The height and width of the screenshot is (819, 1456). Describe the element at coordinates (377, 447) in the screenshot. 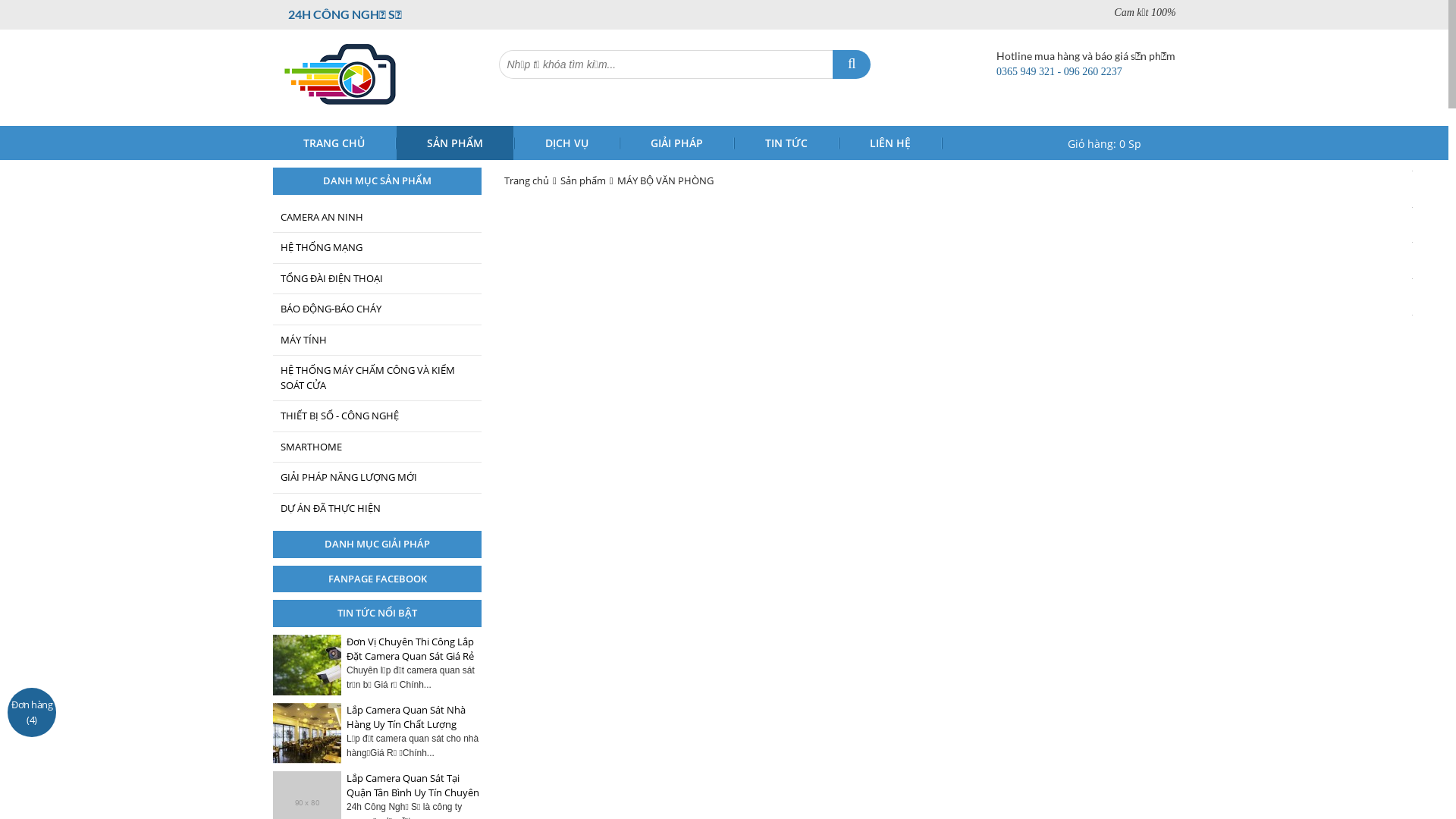

I see `'SMARTHOME'` at that location.